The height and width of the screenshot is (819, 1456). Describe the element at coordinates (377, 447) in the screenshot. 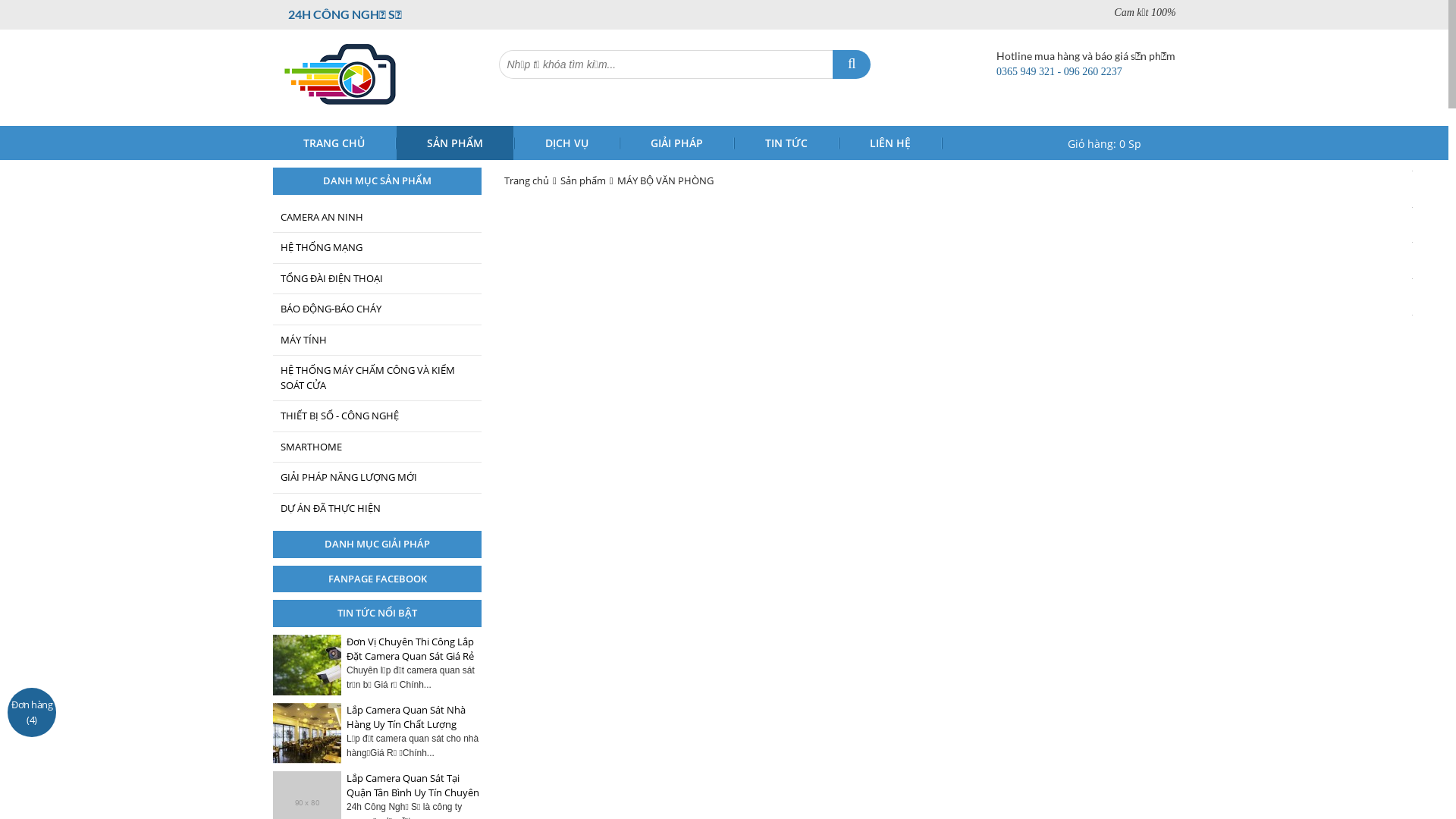

I see `'SMARTHOME'` at that location.